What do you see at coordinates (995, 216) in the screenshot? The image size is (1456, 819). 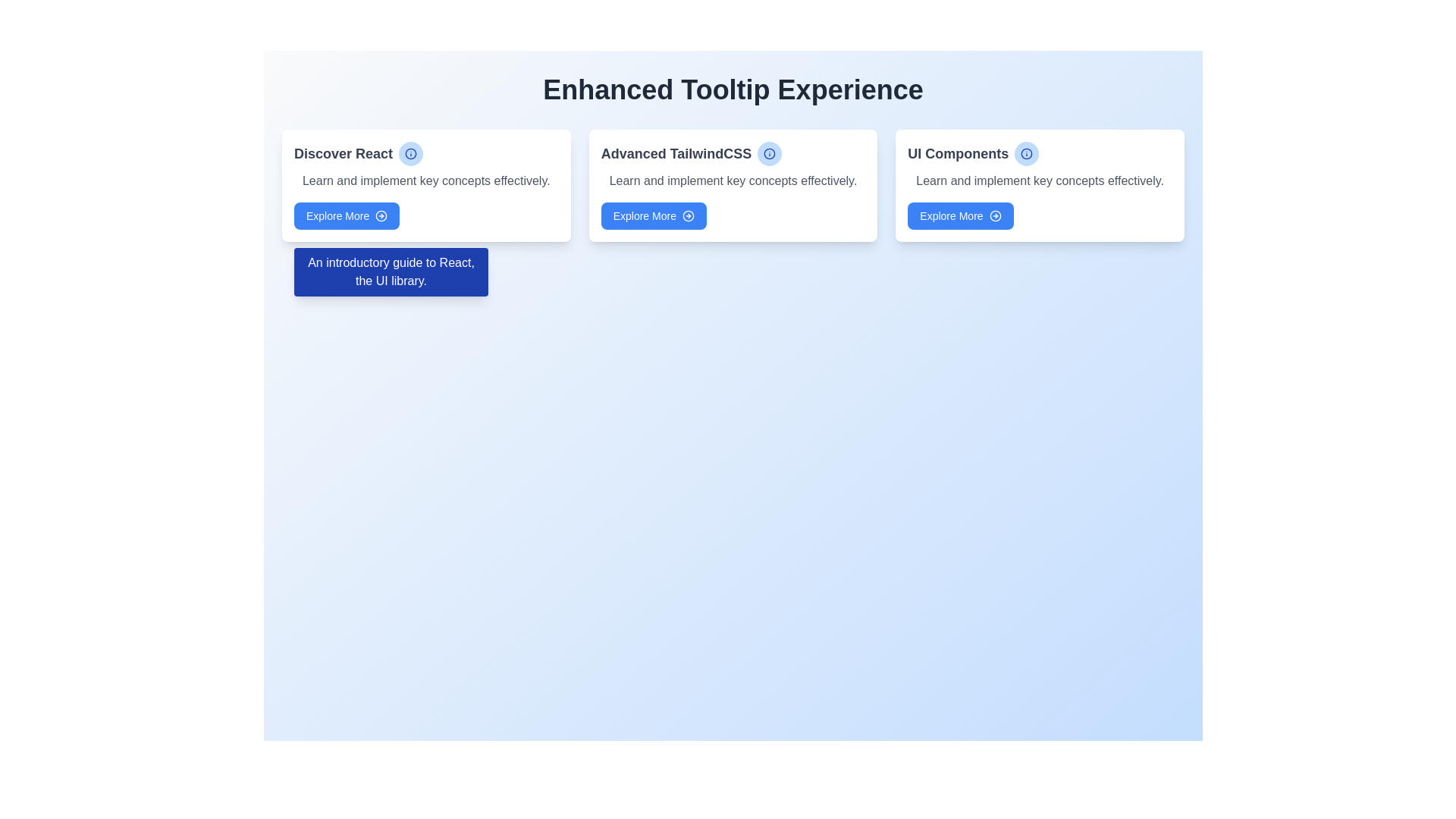 I see `the circular icon with a centered dot indicating a rightward arrow, located within the 'Explore More' button under the 'UI Components' section` at bounding box center [995, 216].